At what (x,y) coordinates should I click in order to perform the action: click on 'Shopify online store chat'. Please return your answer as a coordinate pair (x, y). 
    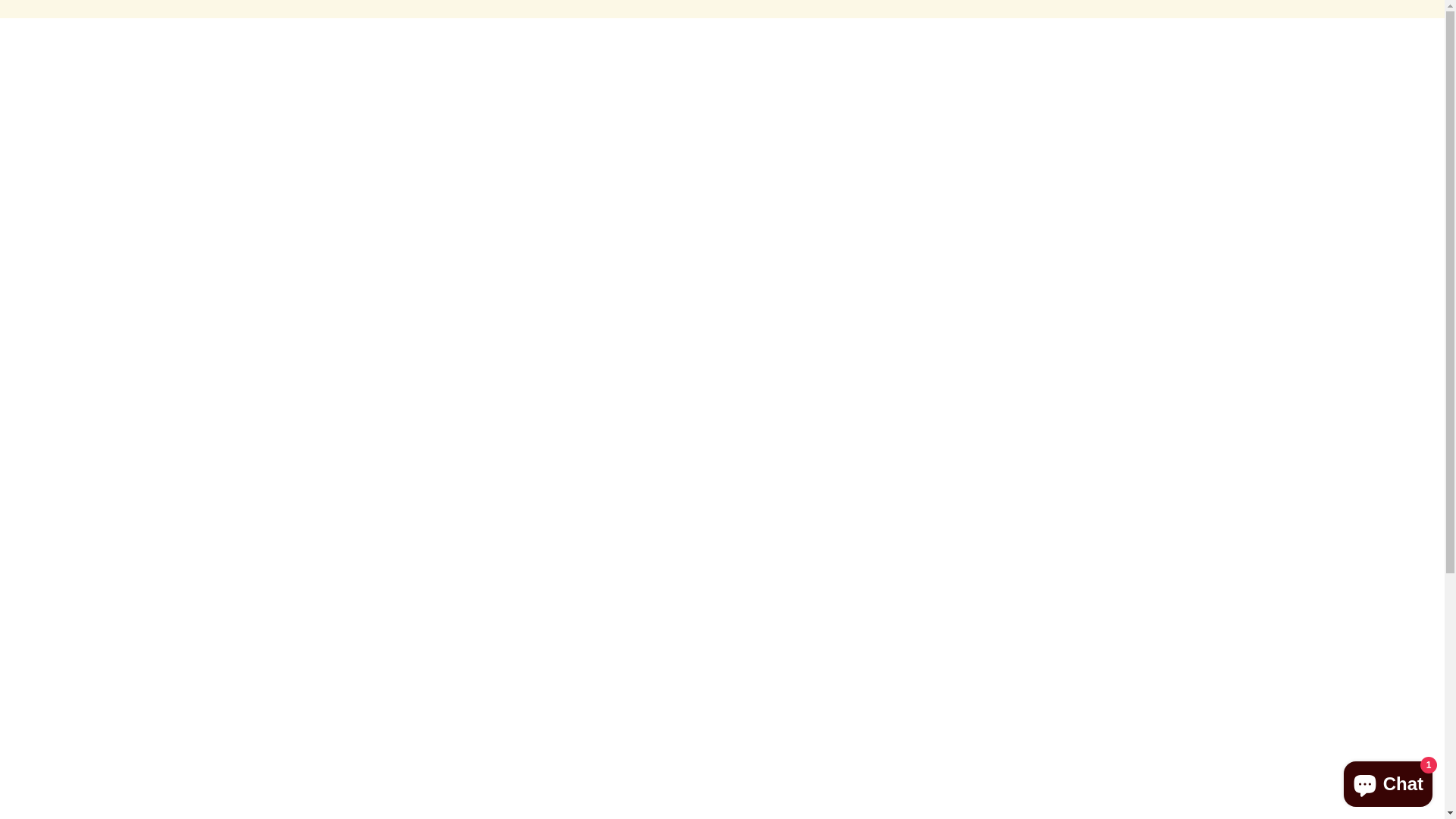
    Looking at the image, I should click on (1388, 780).